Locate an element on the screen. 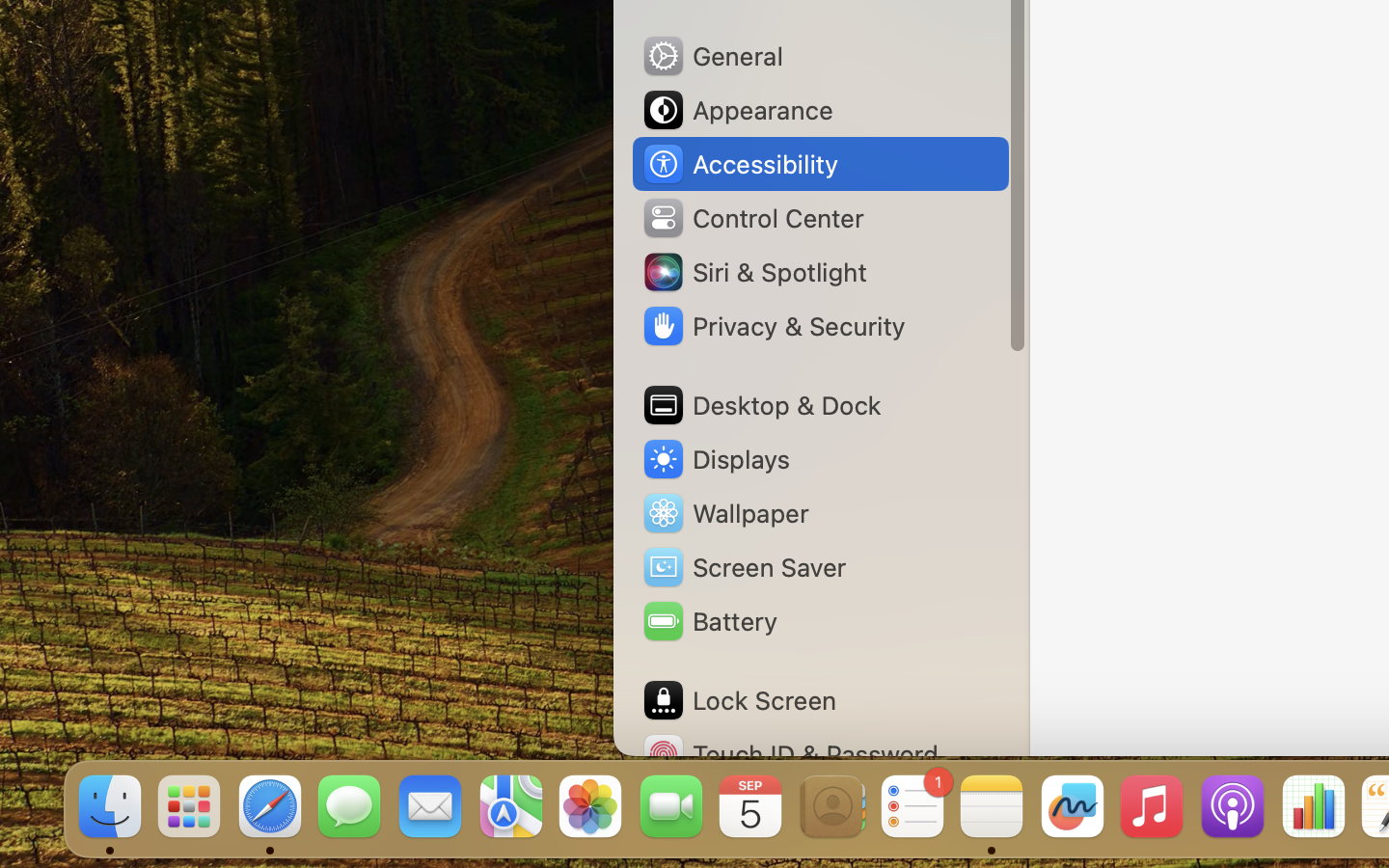  'Siri & Spotlight' is located at coordinates (753, 270).